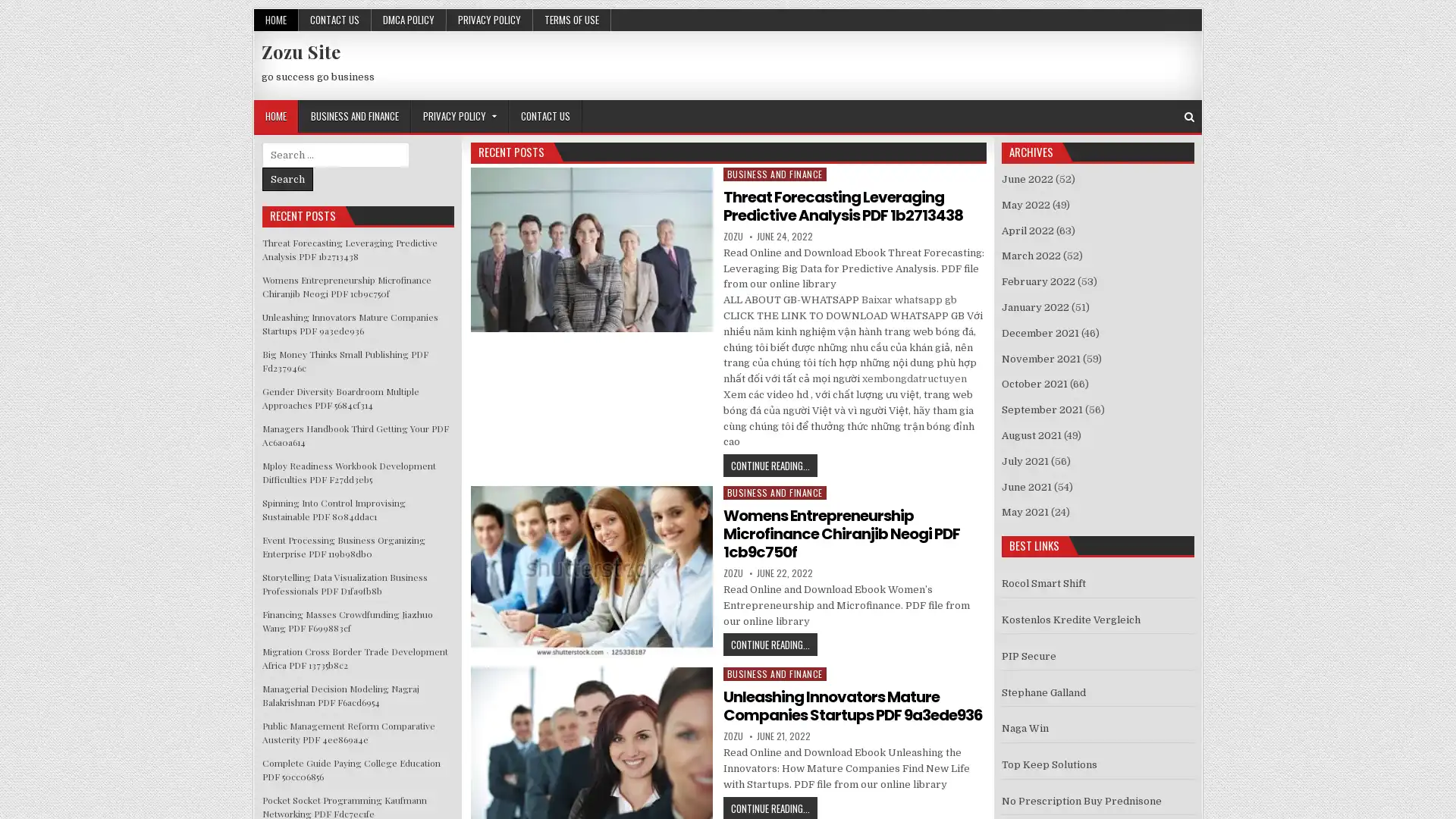 The width and height of the screenshot is (1456, 819). I want to click on Search, so click(287, 178).